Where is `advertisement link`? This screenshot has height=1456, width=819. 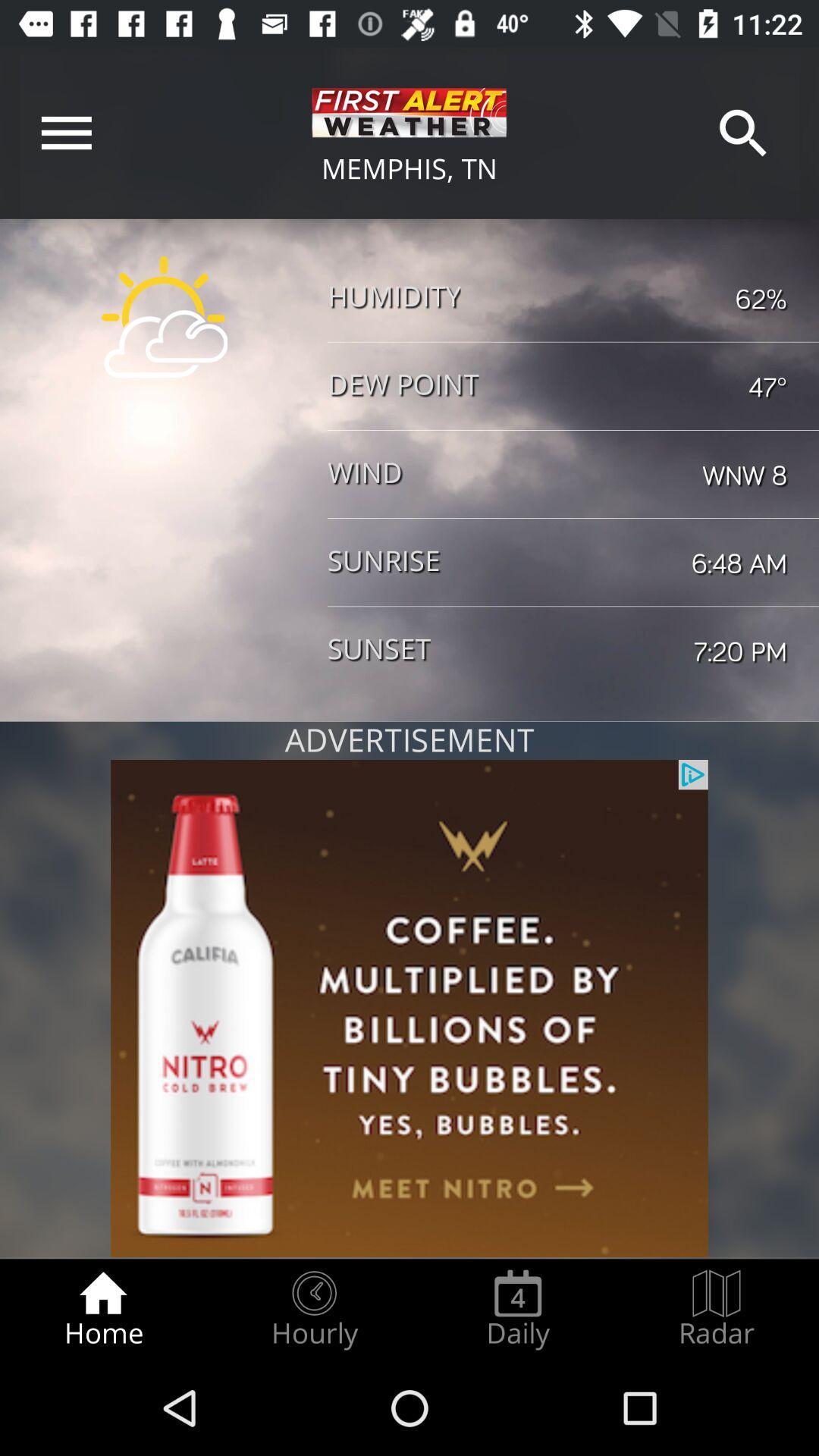
advertisement link is located at coordinates (409, 1009).